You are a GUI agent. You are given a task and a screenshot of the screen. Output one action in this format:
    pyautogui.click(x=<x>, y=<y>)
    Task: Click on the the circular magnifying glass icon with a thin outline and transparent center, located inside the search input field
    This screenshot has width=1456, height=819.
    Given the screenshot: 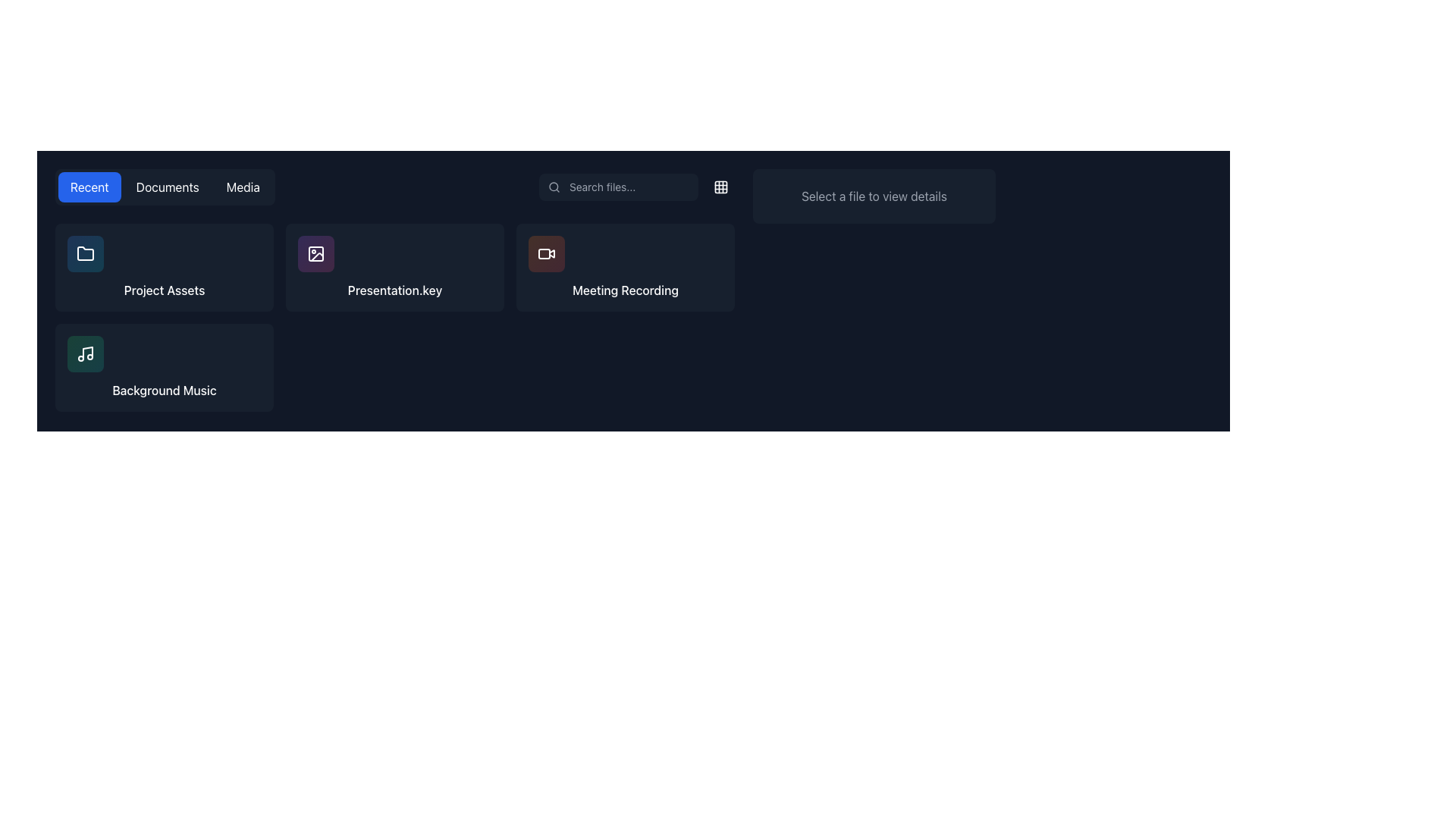 What is the action you would take?
    pyautogui.click(x=553, y=186)
    